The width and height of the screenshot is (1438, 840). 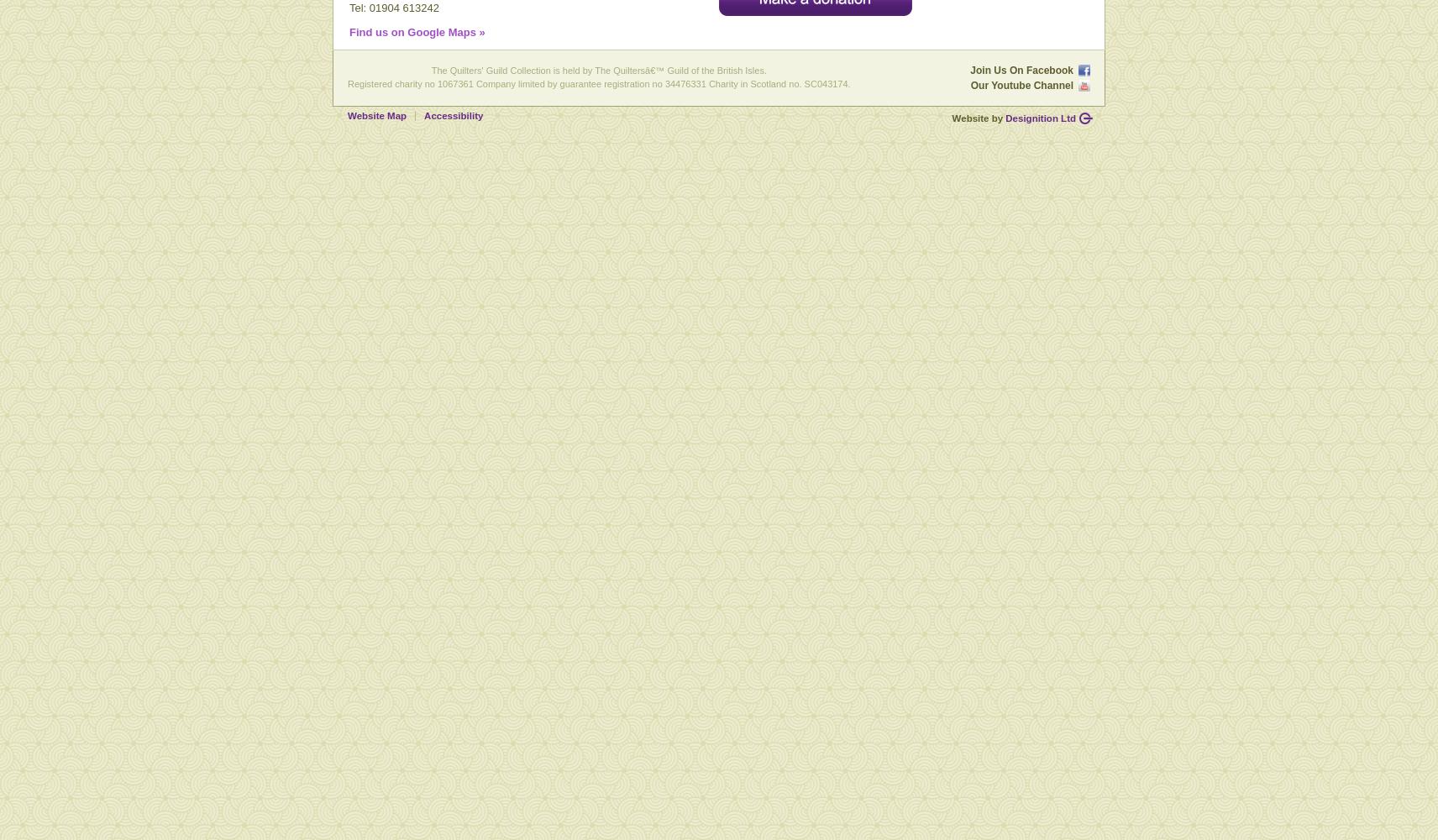 I want to click on 'Accessibility', so click(x=452, y=115).